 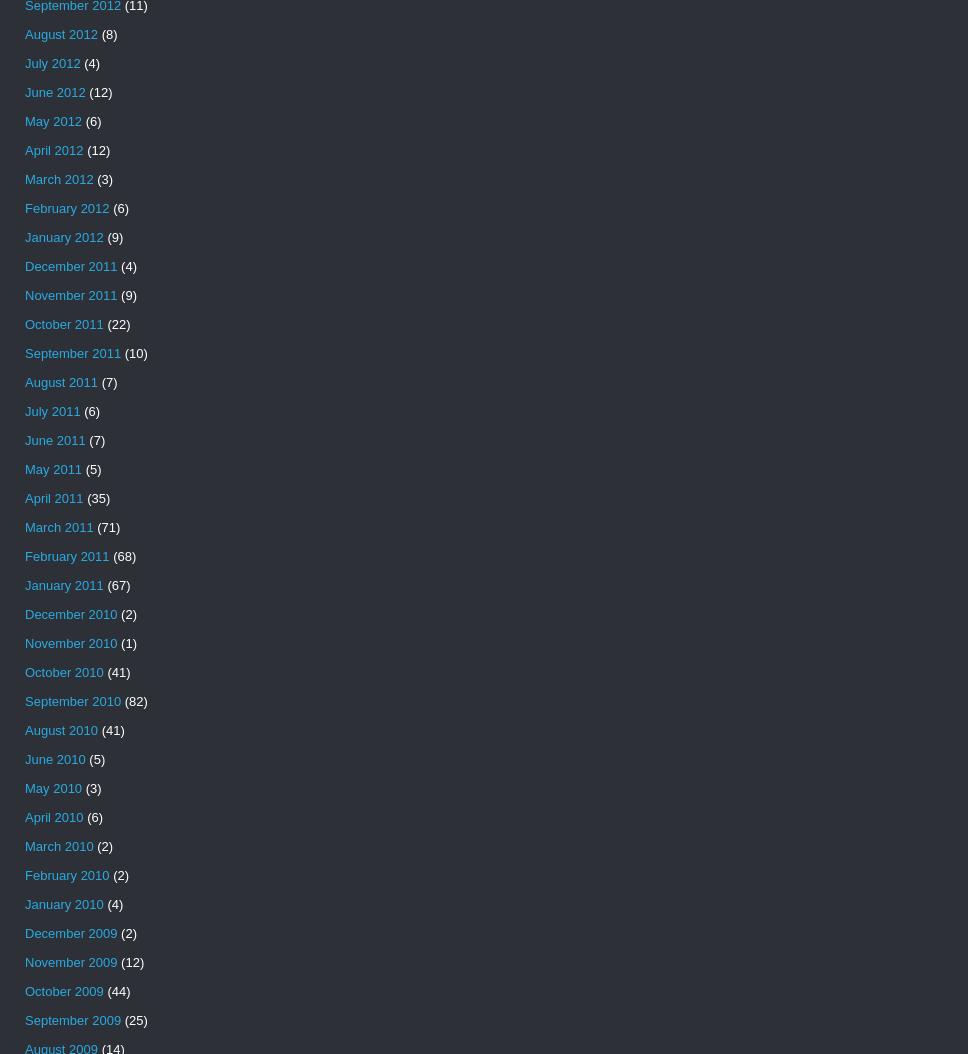 I want to click on 'August 2010', so click(x=60, y=729).